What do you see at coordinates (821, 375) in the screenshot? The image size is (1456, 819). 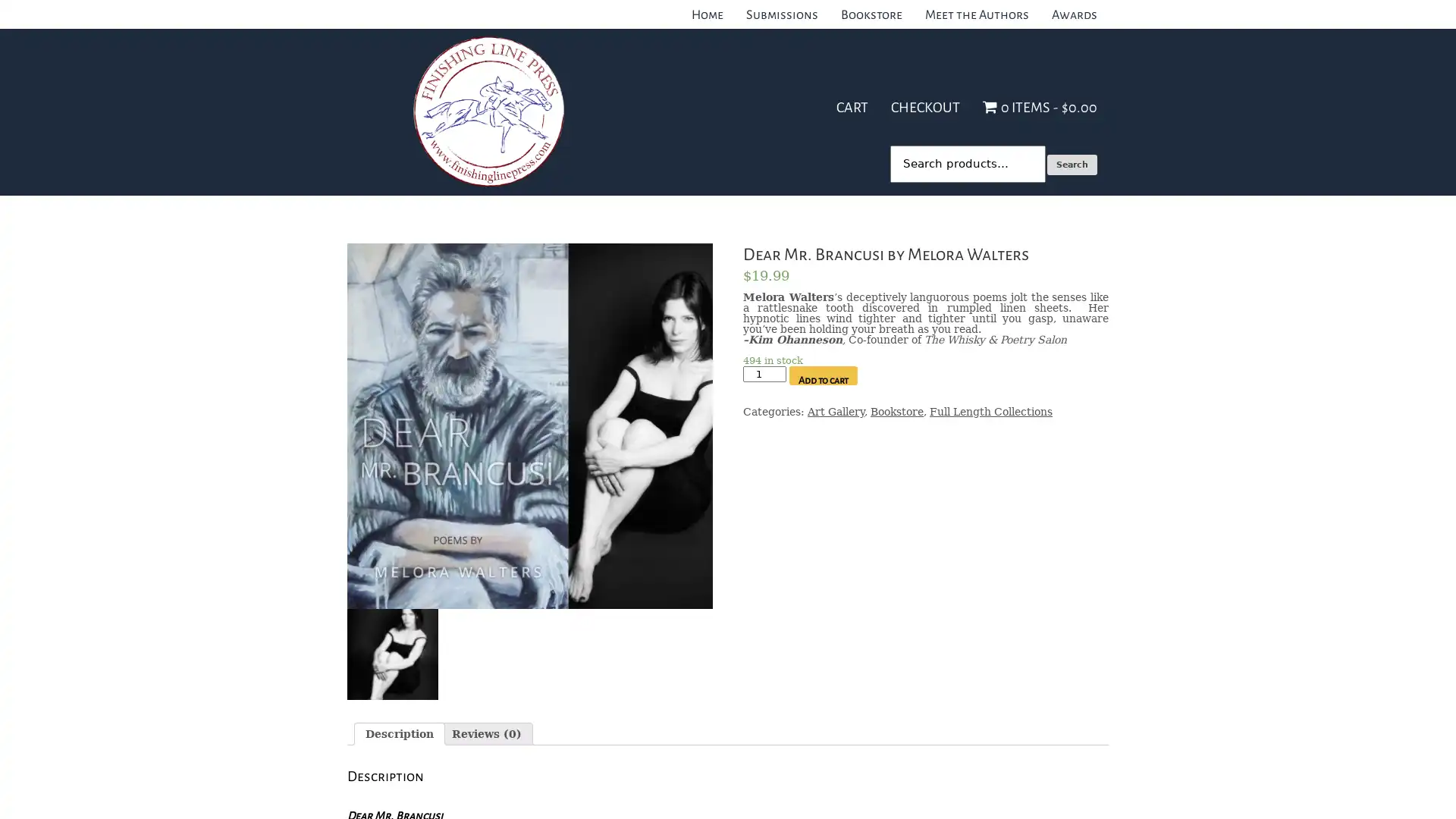 I see `Add to cart` at bounding box center [821, 375].